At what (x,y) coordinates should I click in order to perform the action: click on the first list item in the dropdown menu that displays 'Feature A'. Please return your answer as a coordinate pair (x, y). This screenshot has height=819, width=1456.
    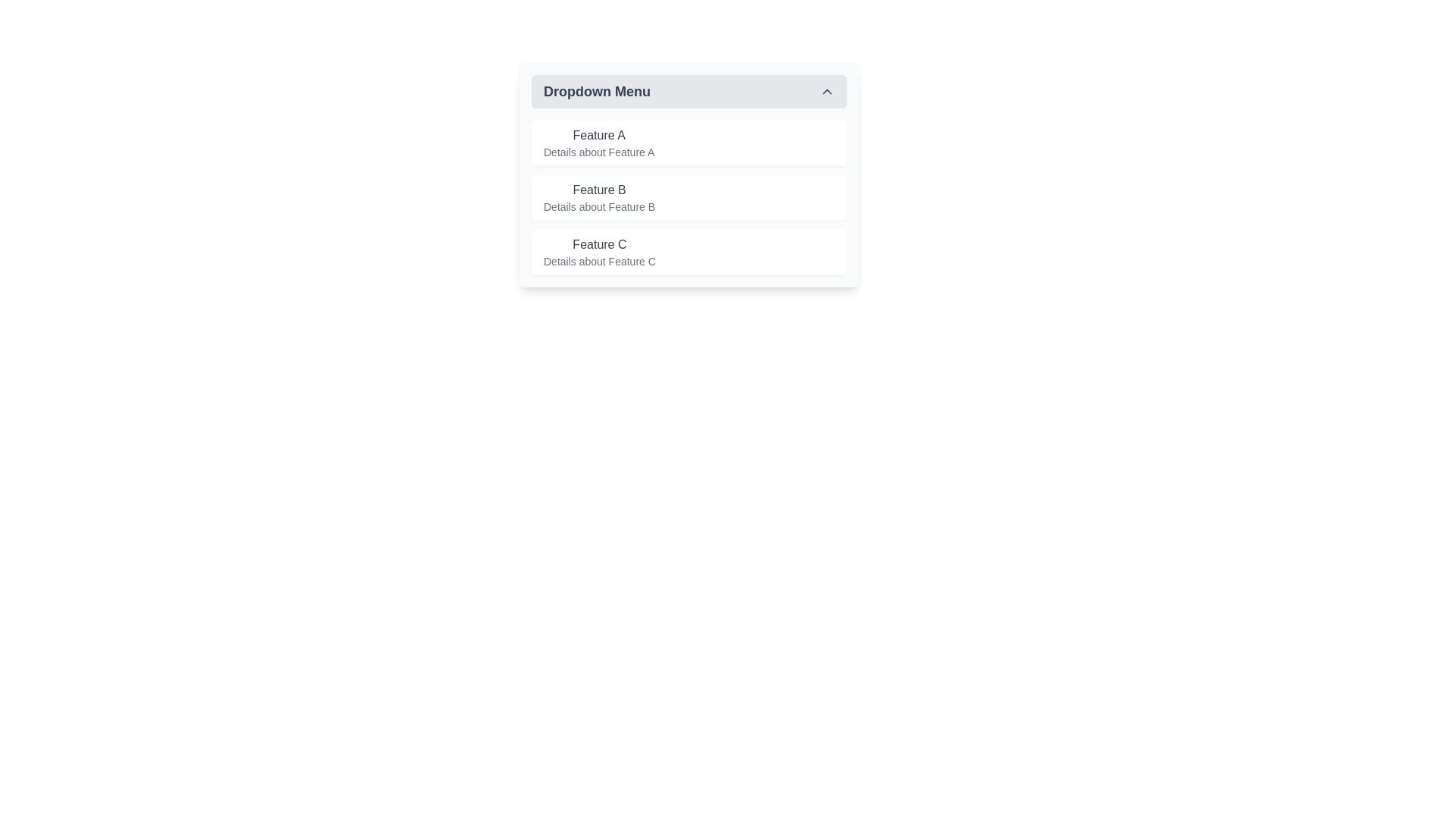
    Looking at the image, I should click on (688, 143).